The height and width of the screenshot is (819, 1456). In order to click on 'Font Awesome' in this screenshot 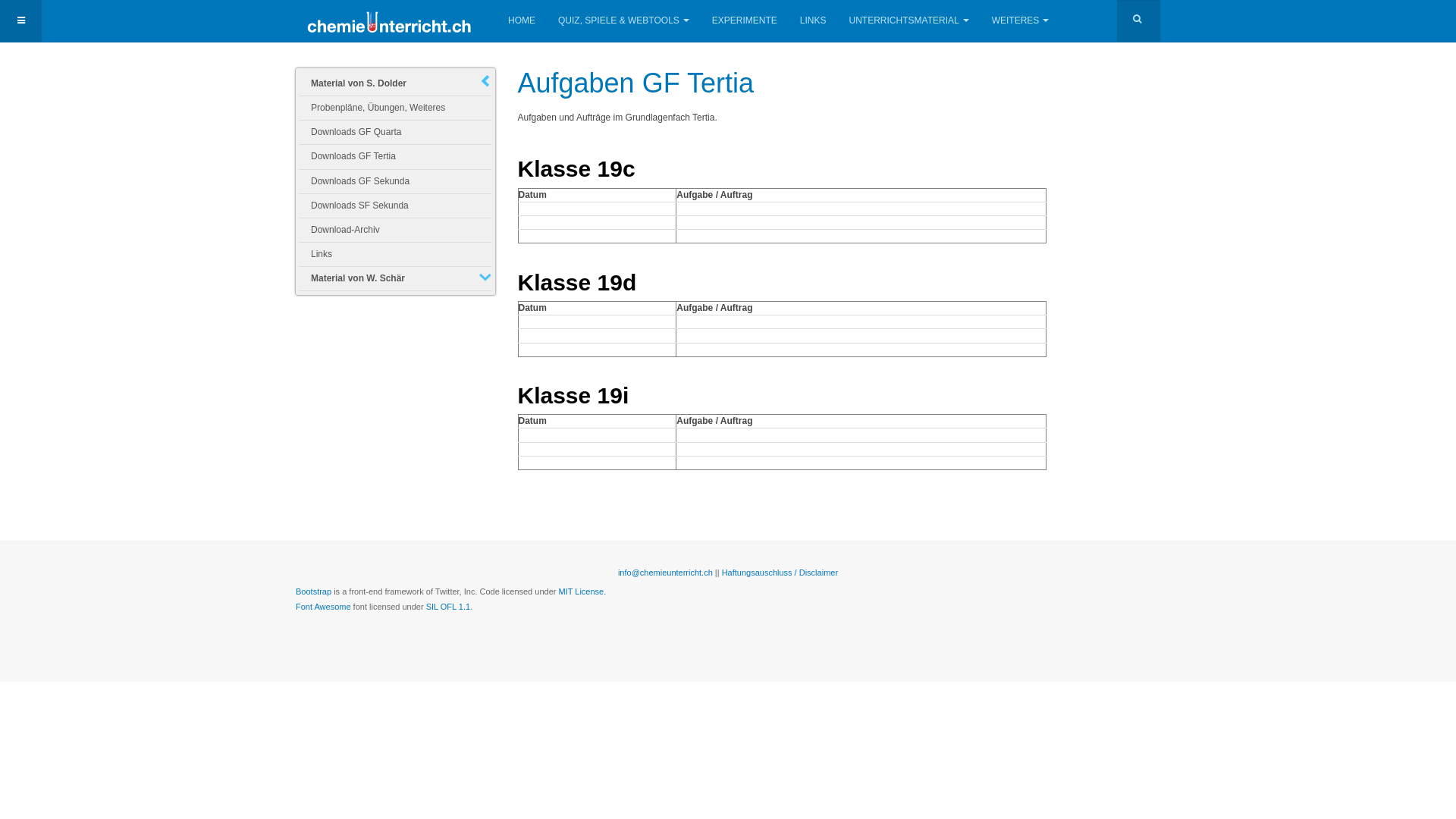, I will do `click(322, 605)`.